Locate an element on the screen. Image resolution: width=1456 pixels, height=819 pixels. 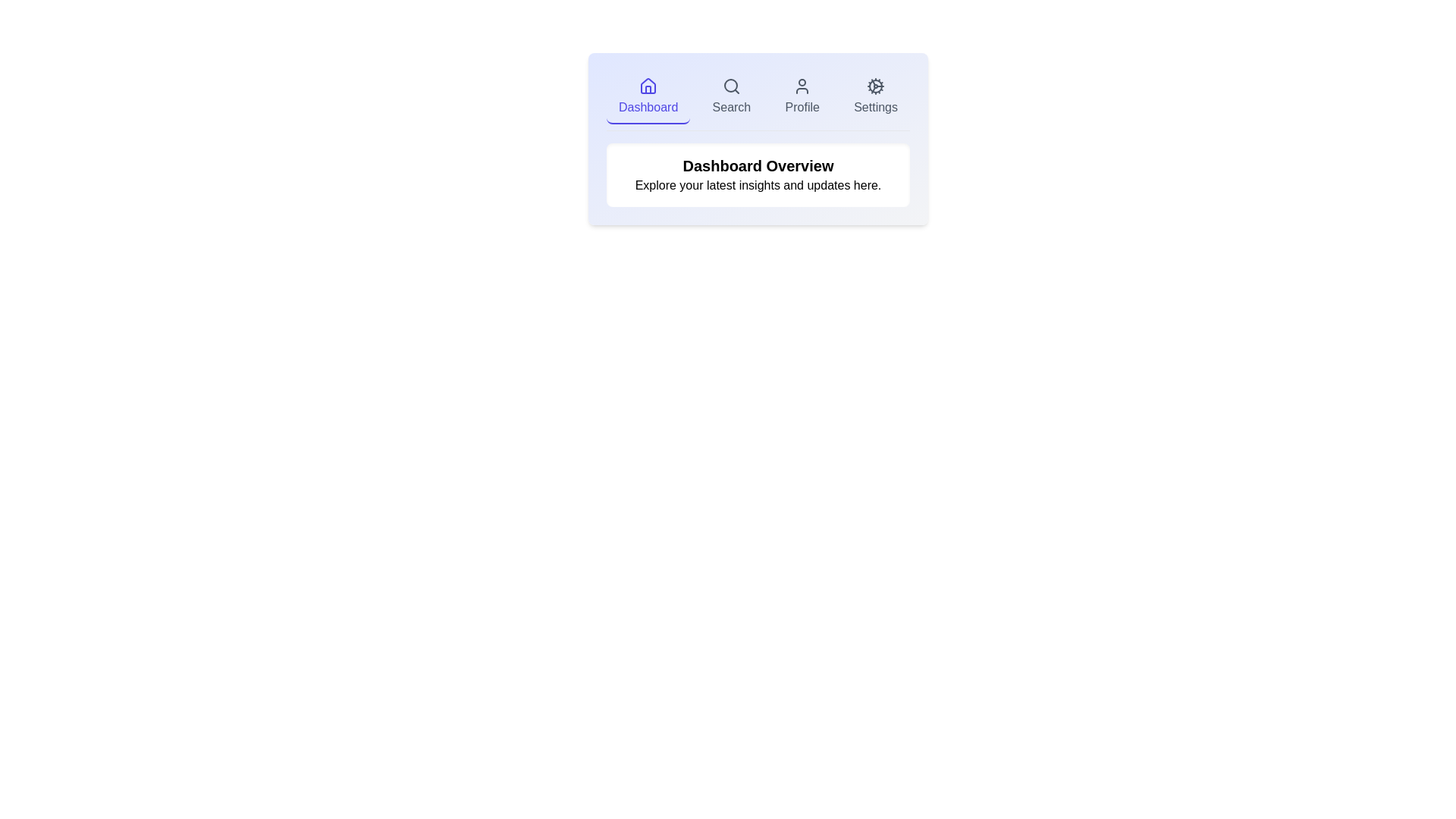
the settings icon located at the far right of the navigation options is located at coordinates (876, 86).